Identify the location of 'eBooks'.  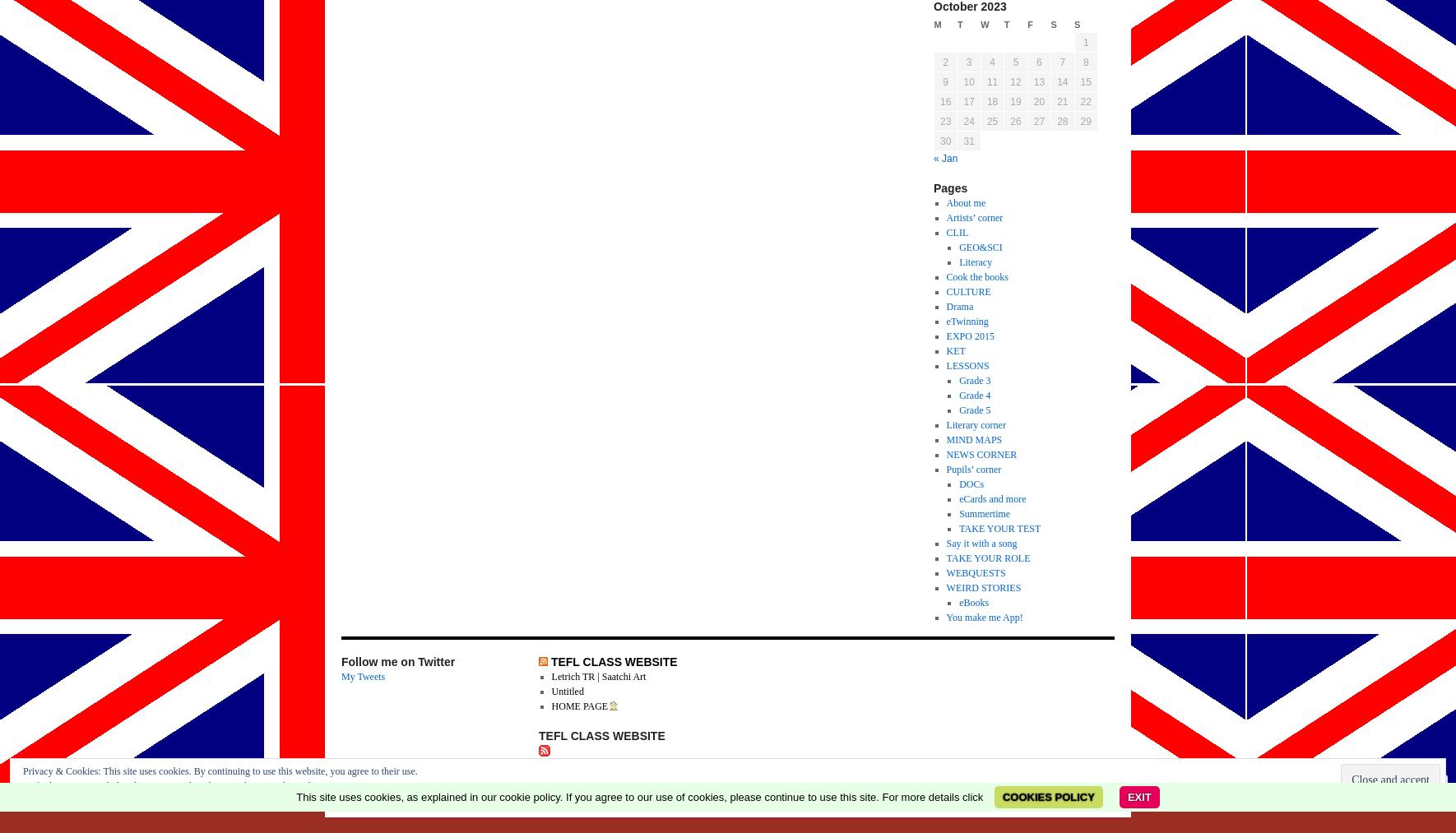
(959, 603).